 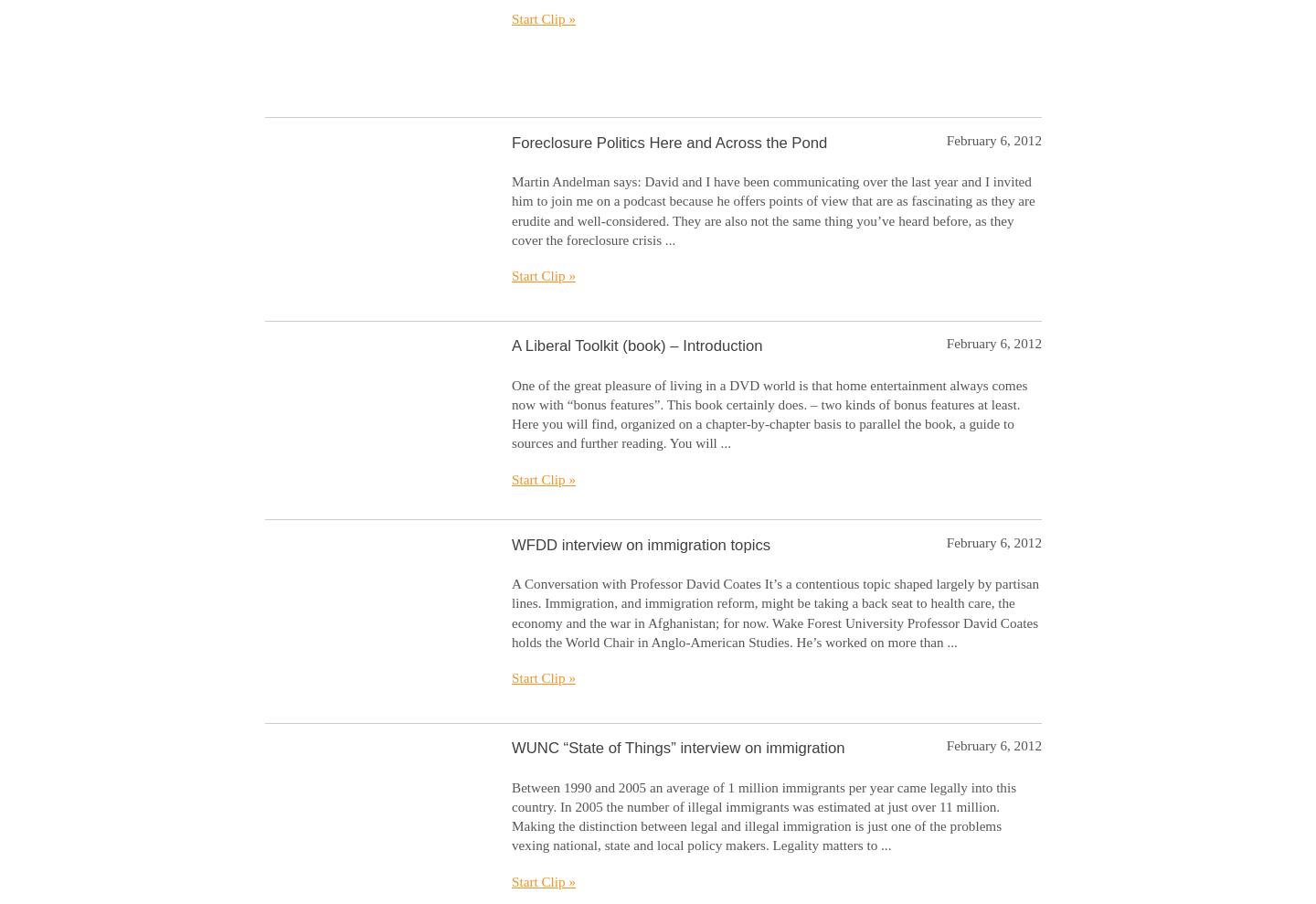 I want to click on 'Foreclosure Politics Here and Across the Pond', so click(x=668, y=141).